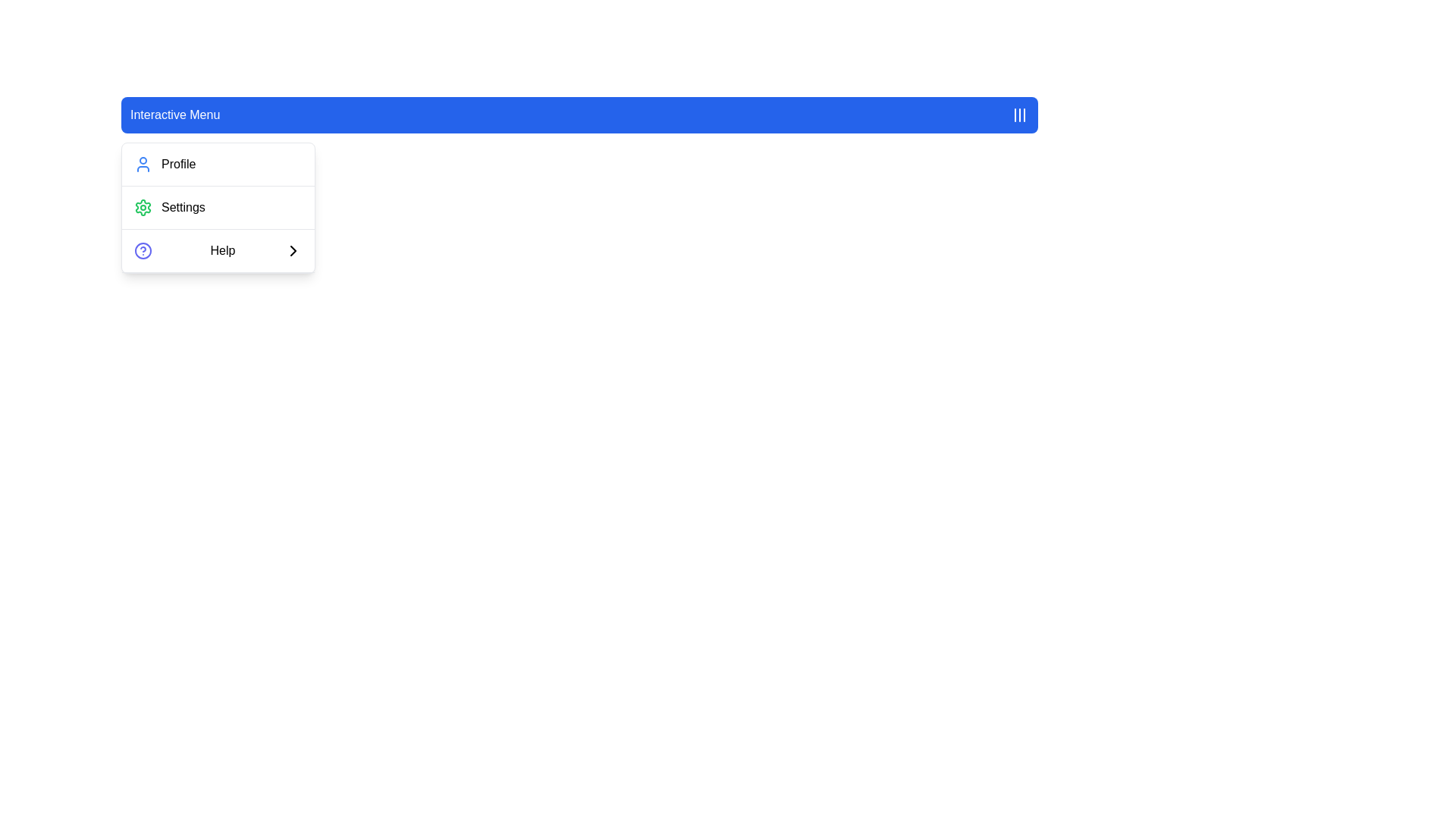  I want to click on the first item in the dropdown menu that serves as a navigation option for accessing the 'Profile' section, so click(218, 165).